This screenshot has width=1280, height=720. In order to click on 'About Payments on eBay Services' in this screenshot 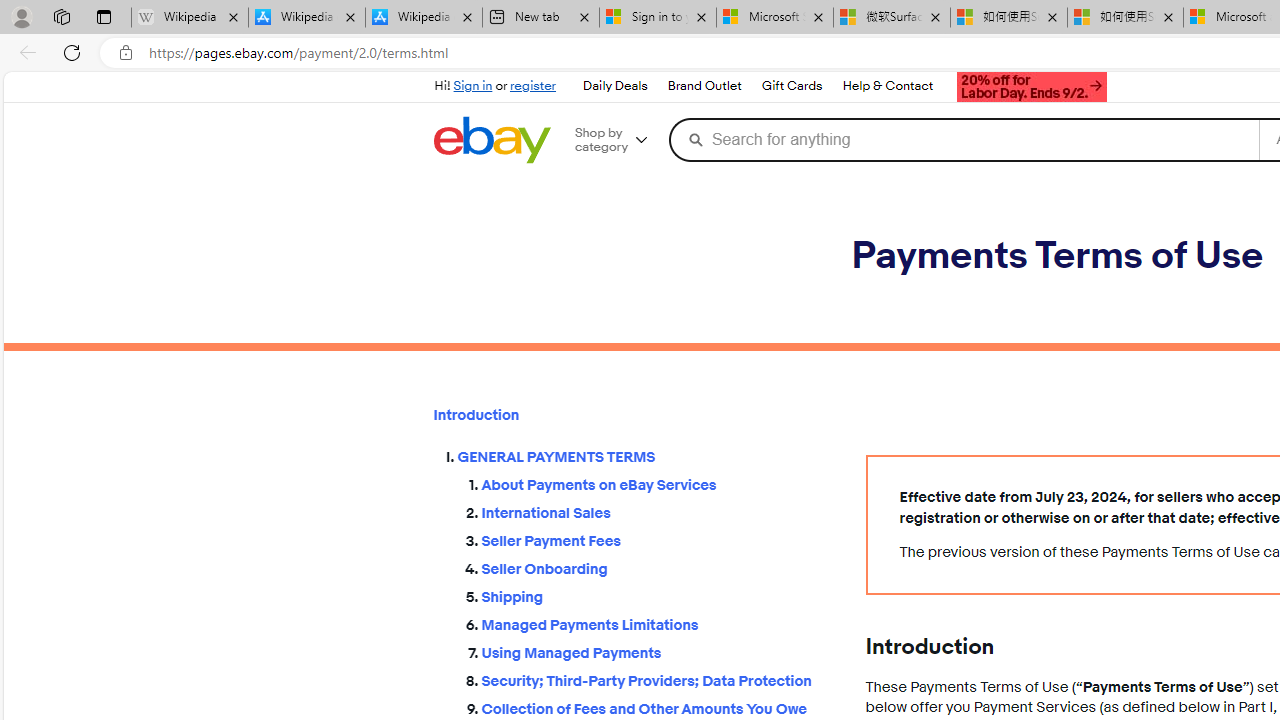, I will do `click(657, 481)`.